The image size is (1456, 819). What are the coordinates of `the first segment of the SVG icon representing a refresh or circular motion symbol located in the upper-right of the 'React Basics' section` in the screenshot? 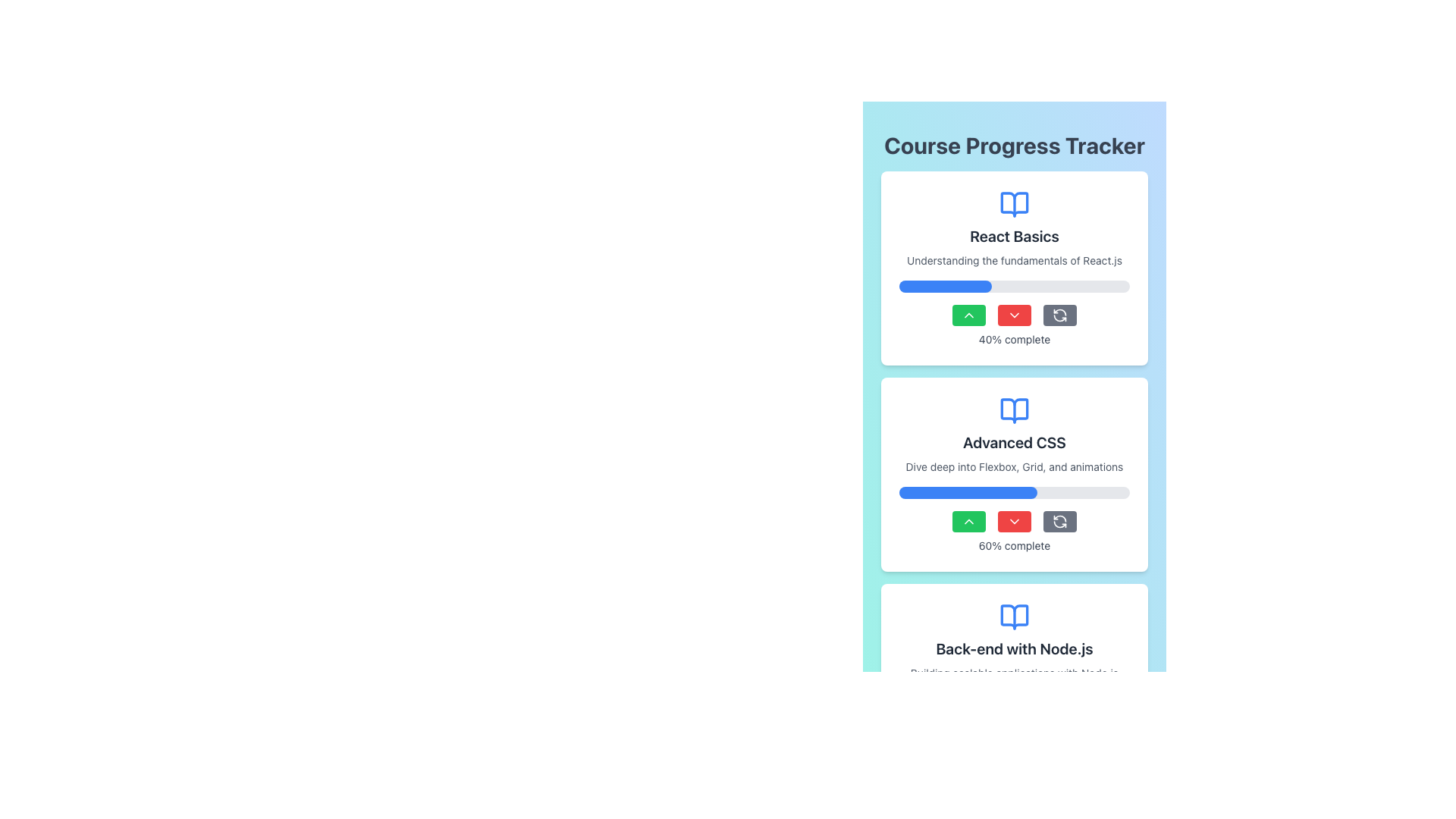 It's located at (1059, 517).